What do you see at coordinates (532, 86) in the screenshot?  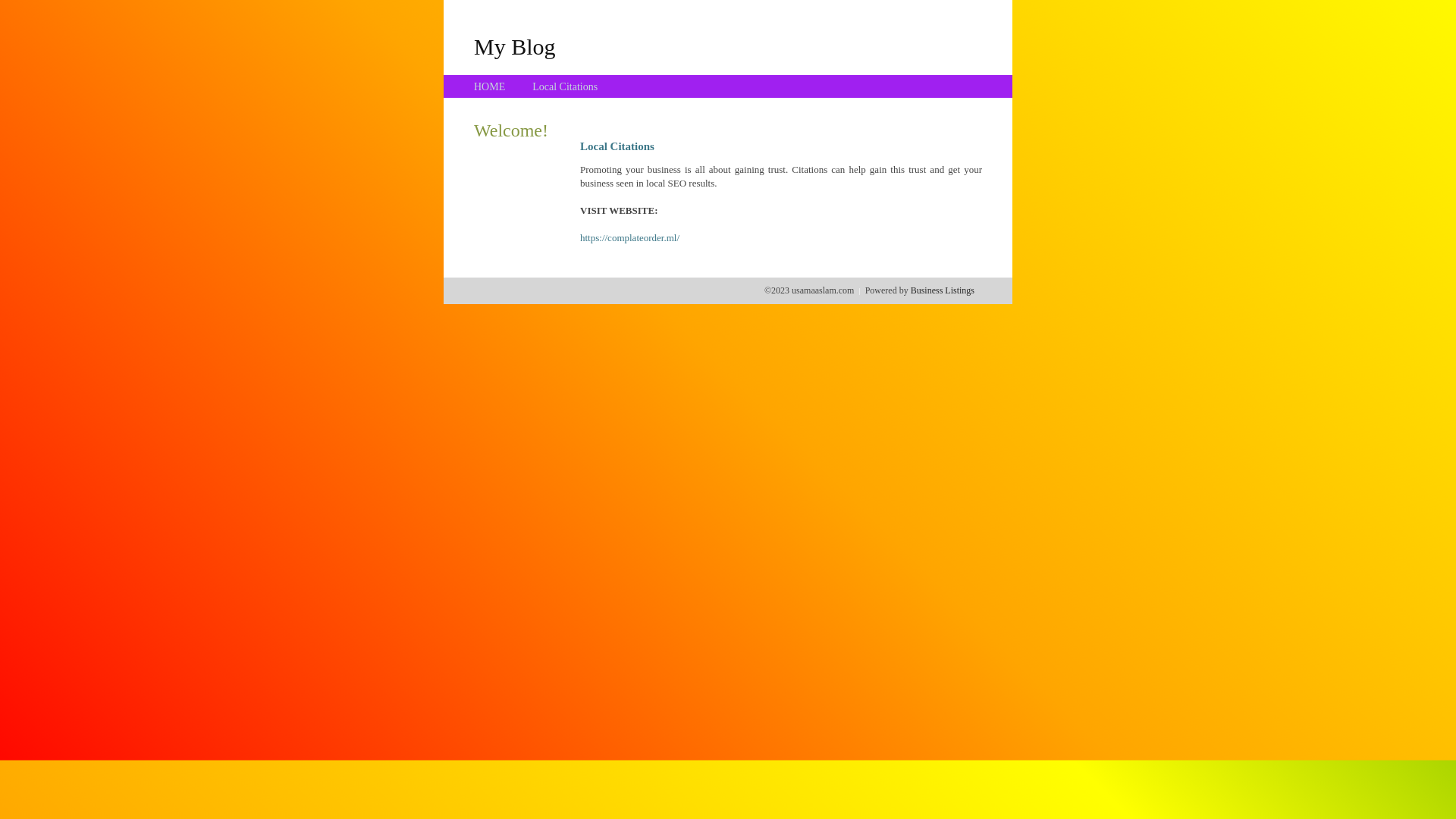 I see `'Local Citations'` at bounding box center [532, 86].